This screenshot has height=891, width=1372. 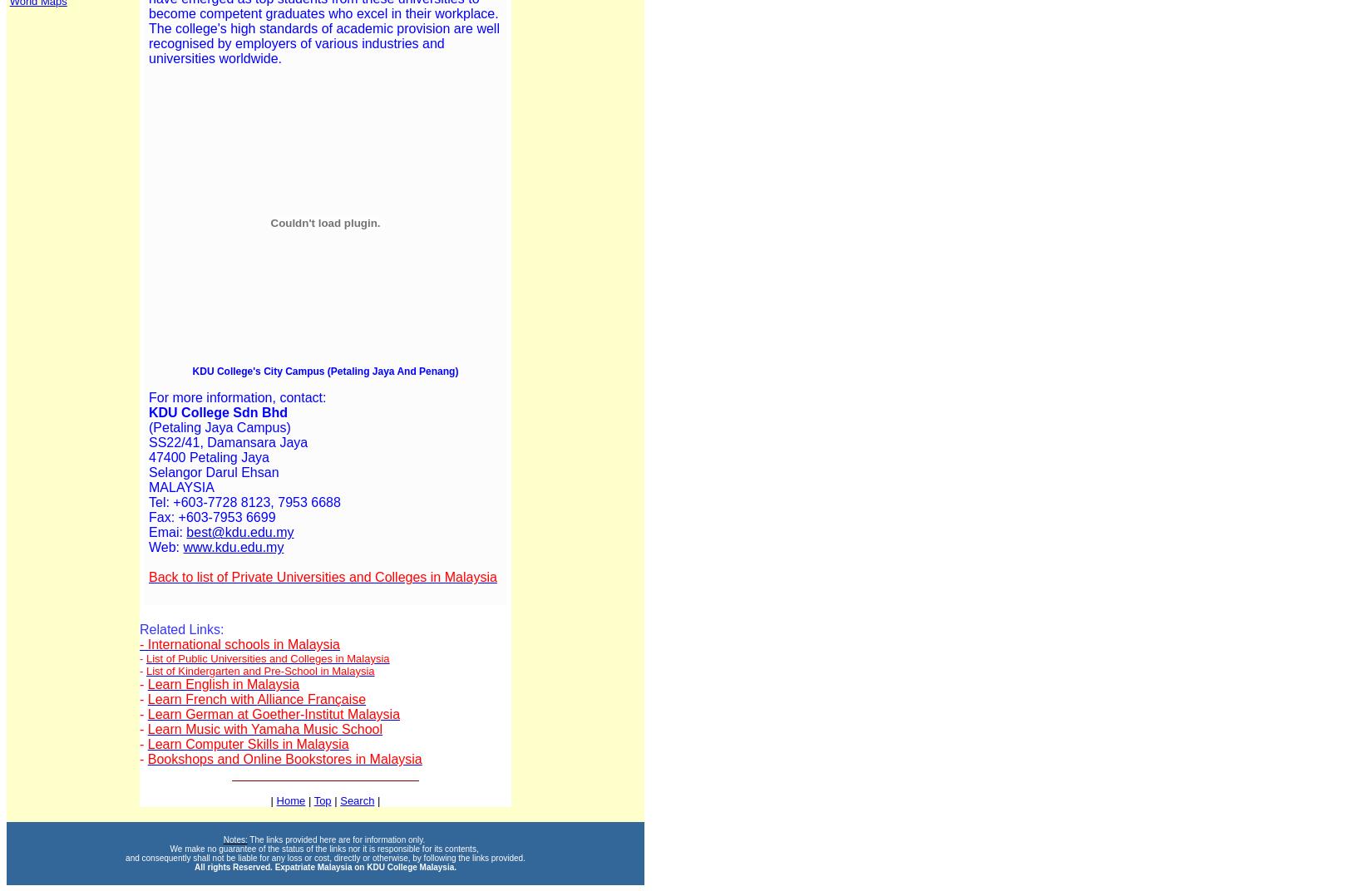 I want to click on 'MALAYSIA', so click(x=149, y=486).